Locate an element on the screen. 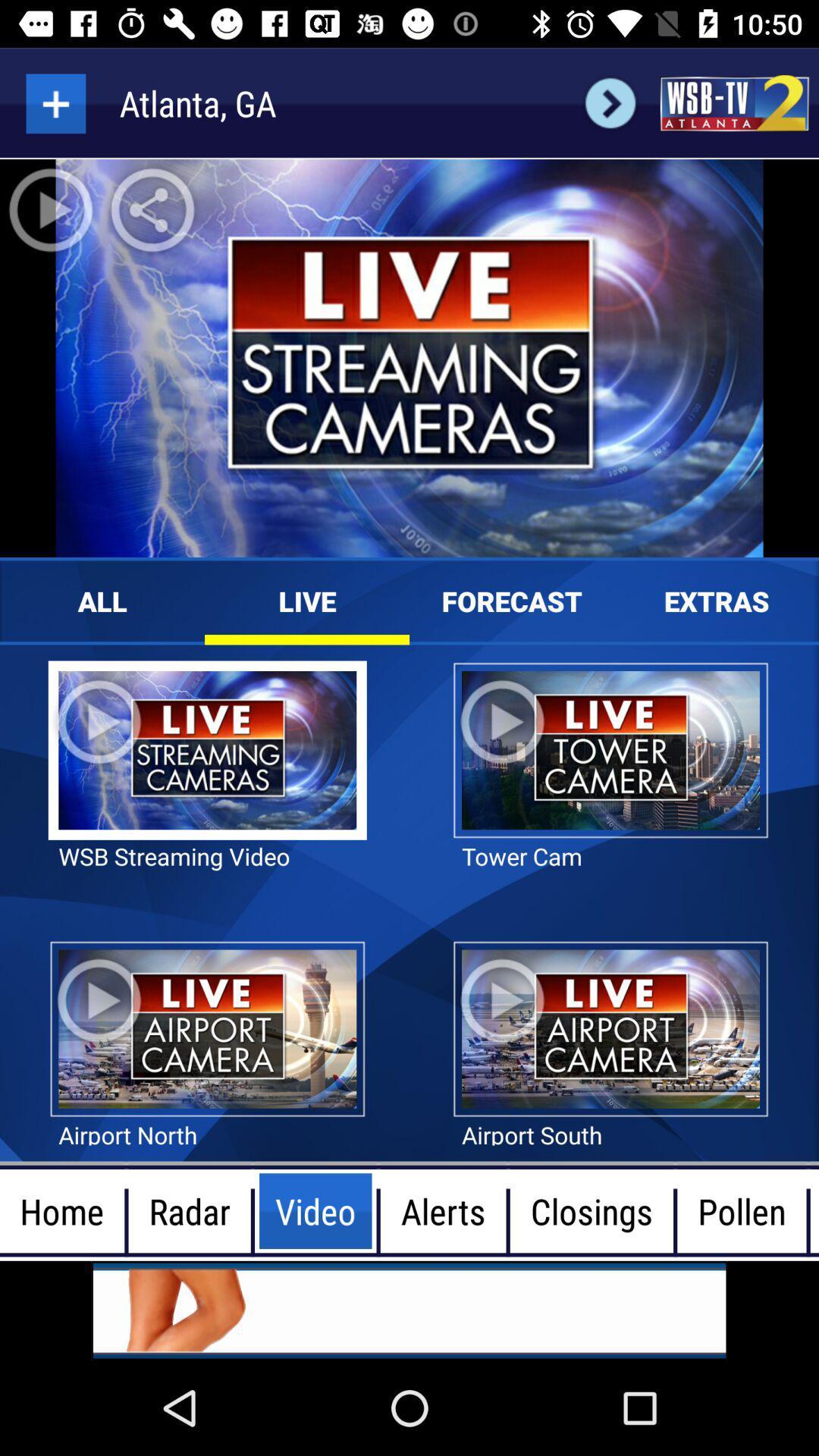 This screenshot has height=1456, width=819. previous page is located at coordinates (610, 102).